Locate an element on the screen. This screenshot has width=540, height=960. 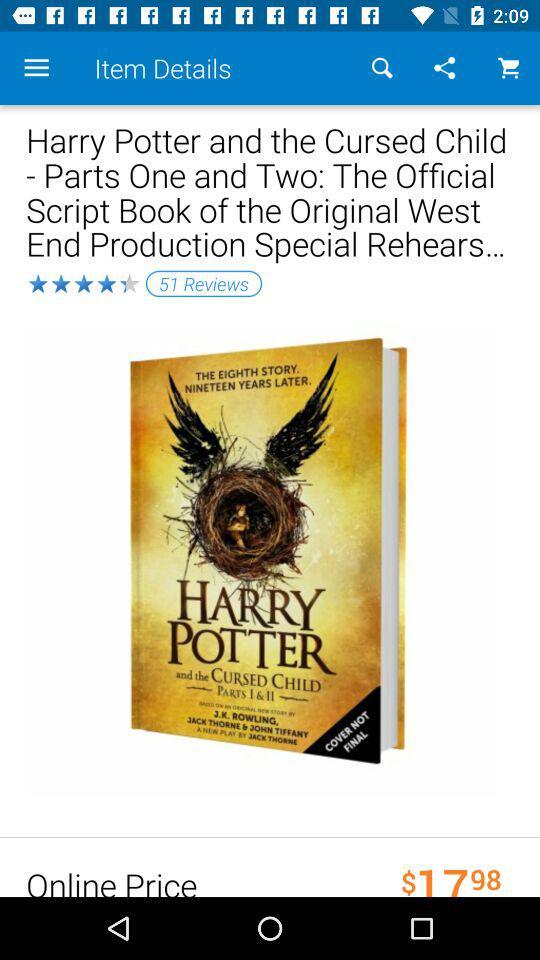
51 reviews icon is located at coordinates (203, 282).